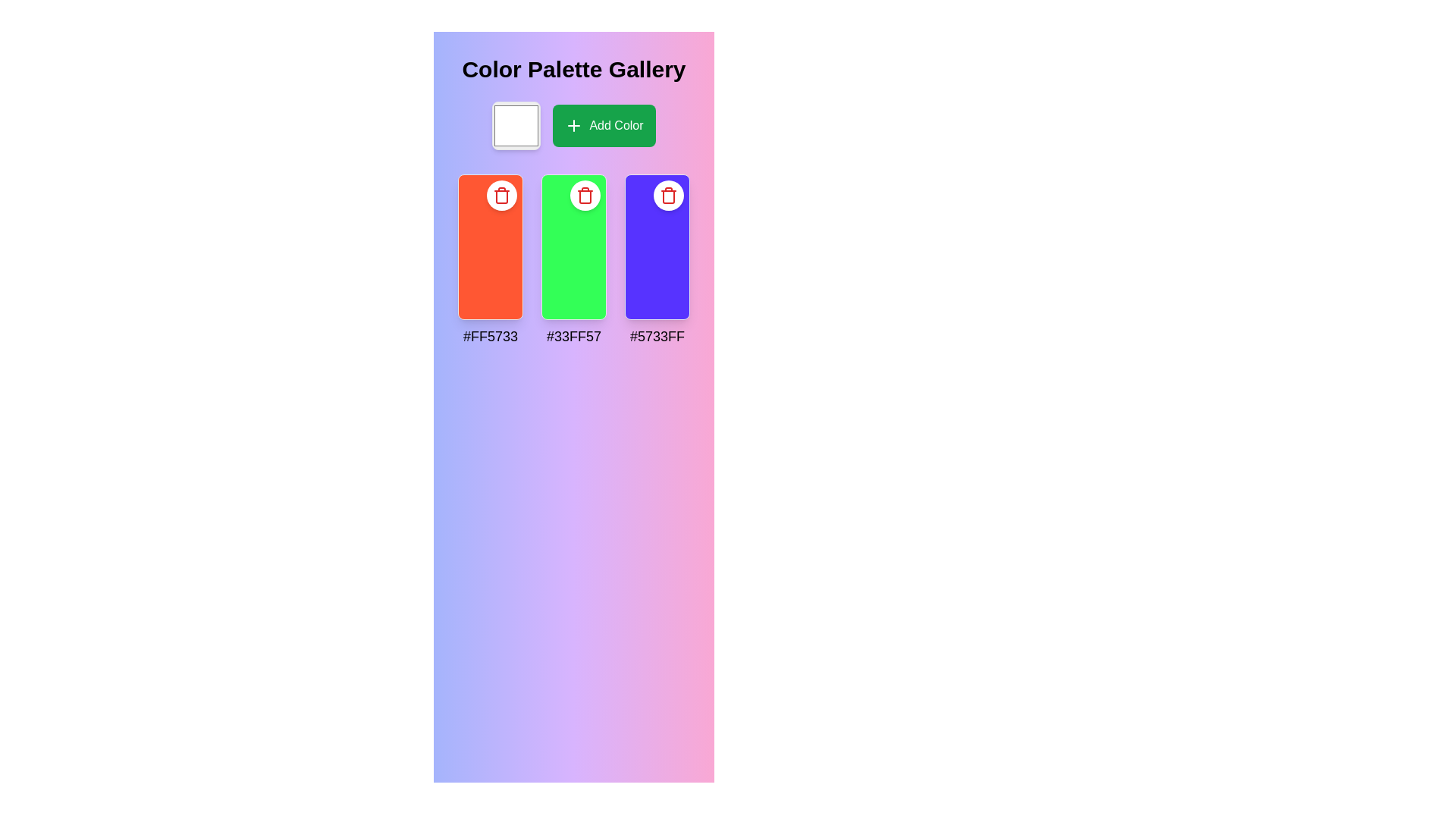 The image size is (1456, 819). What do you see at coordinates (491, 335) in the screenshot?
I see `text value displayed in the text label showing the hex code '#FF5733', located below the corresponding color rectangle in the first color card of the color palette component` at bounding box center [491, 335].